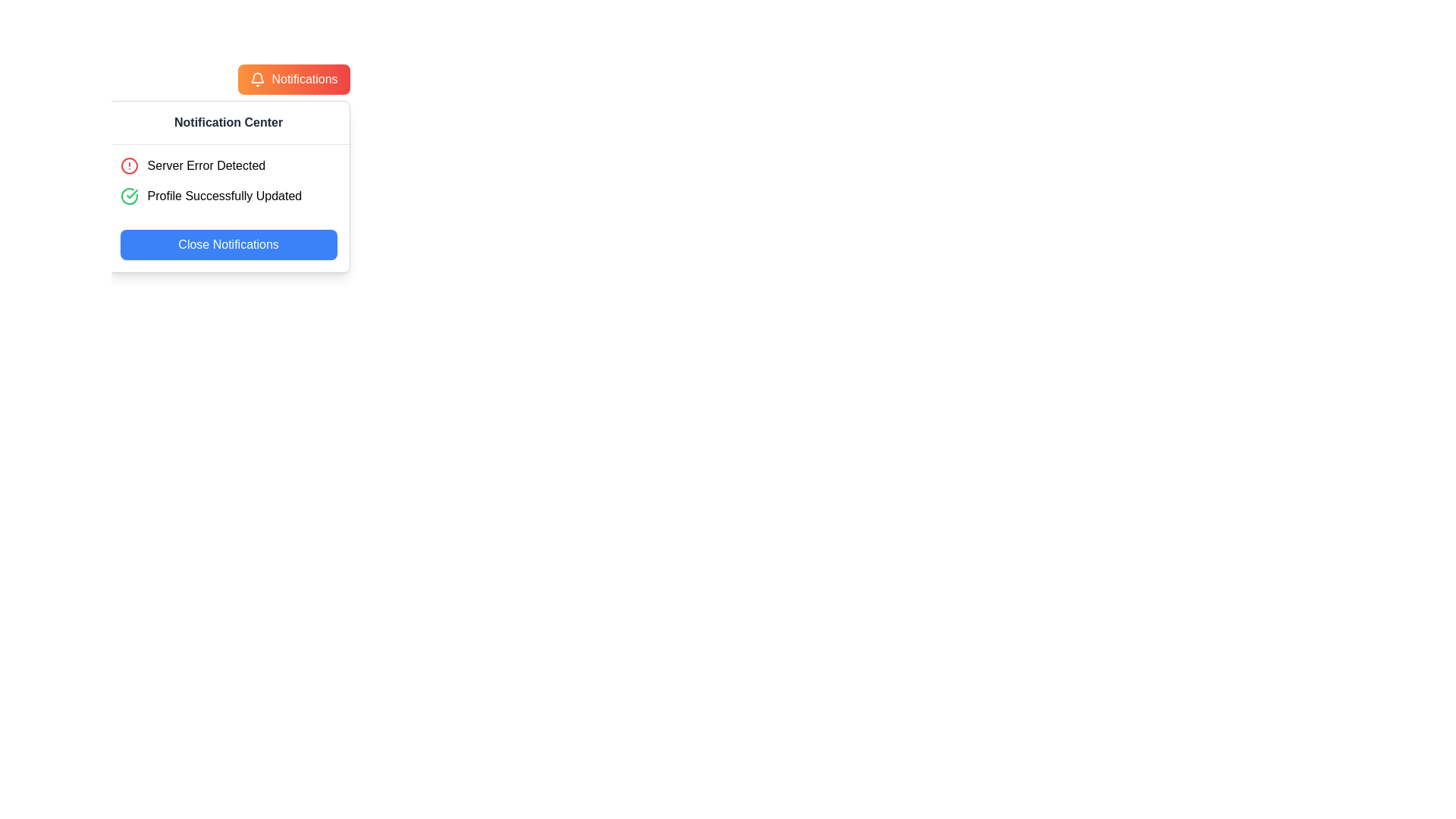 Image resolution: width=1456 pixels, height=819 pixels. I want to click on the static text label that displays 'Profile Successfully Updated', which is styled with black text and aligned with a green checkmark icon to its left, so click(224, 195).